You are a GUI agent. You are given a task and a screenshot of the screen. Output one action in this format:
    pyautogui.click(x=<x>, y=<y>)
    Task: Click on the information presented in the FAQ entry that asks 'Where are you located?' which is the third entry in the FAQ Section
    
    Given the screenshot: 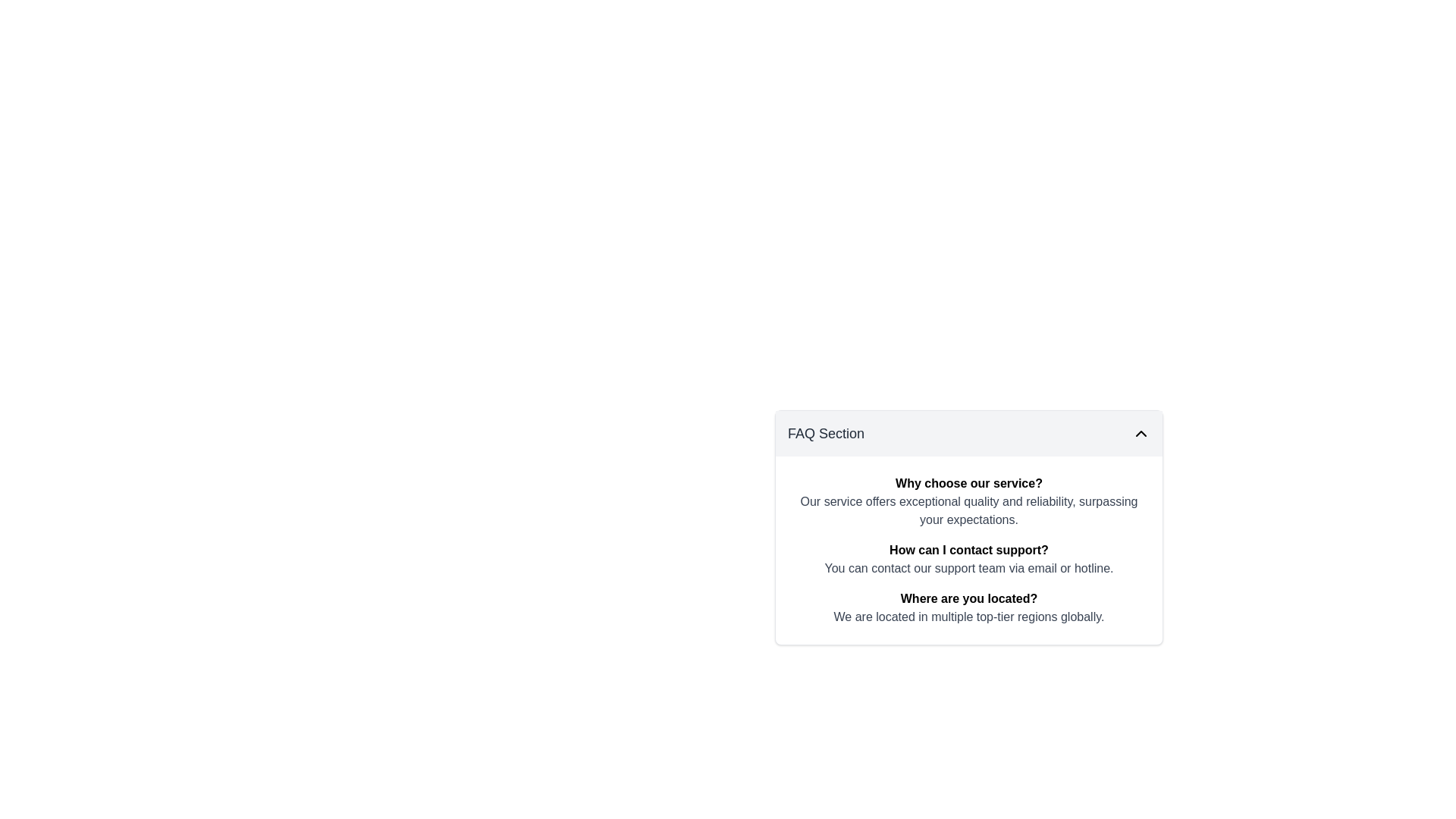 What is the action you would take?
    pyautogui.click(x=968, y=607)
    